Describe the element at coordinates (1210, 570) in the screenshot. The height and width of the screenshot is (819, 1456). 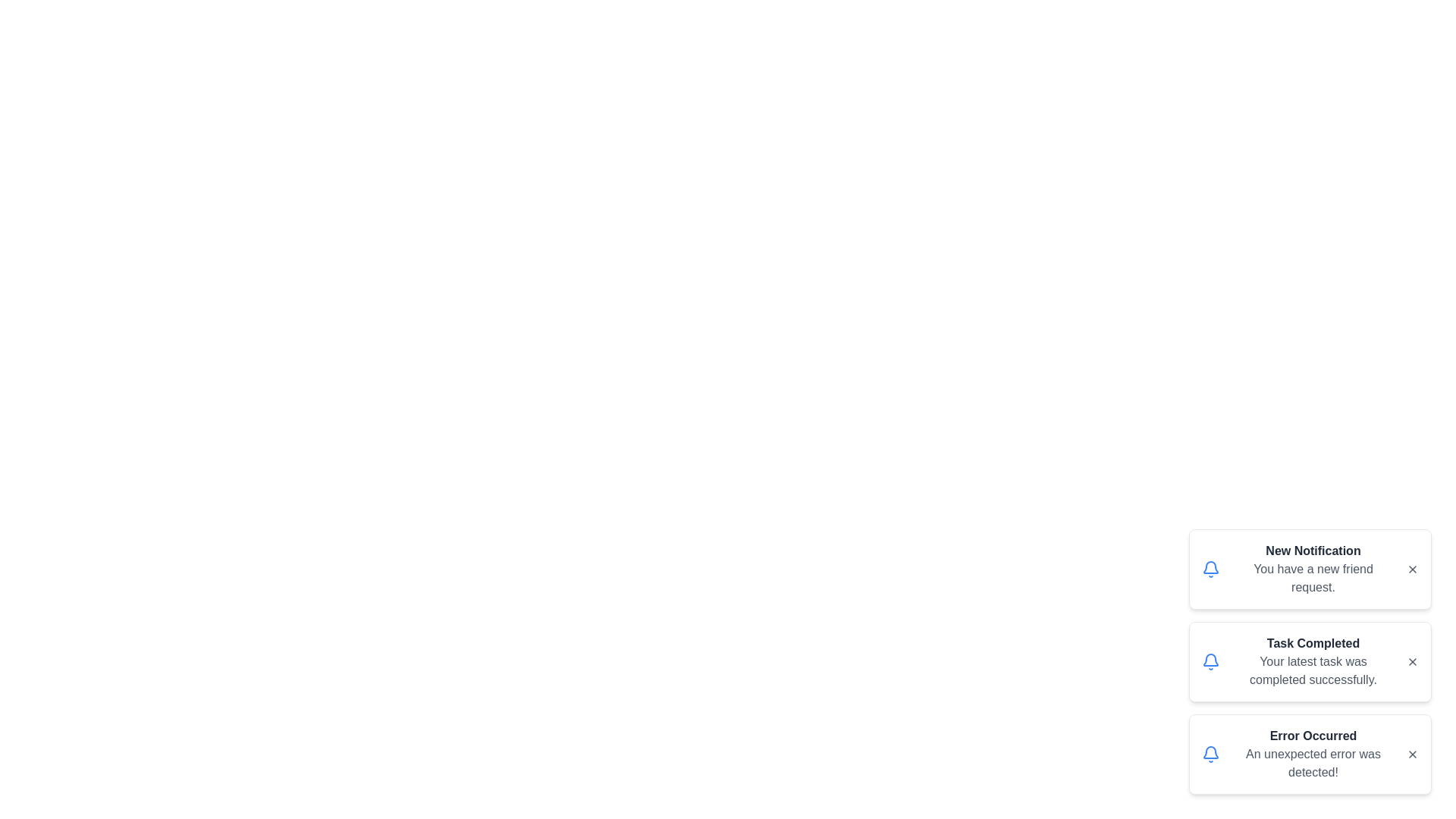
I see `the notification icon to highlight it` at that location.